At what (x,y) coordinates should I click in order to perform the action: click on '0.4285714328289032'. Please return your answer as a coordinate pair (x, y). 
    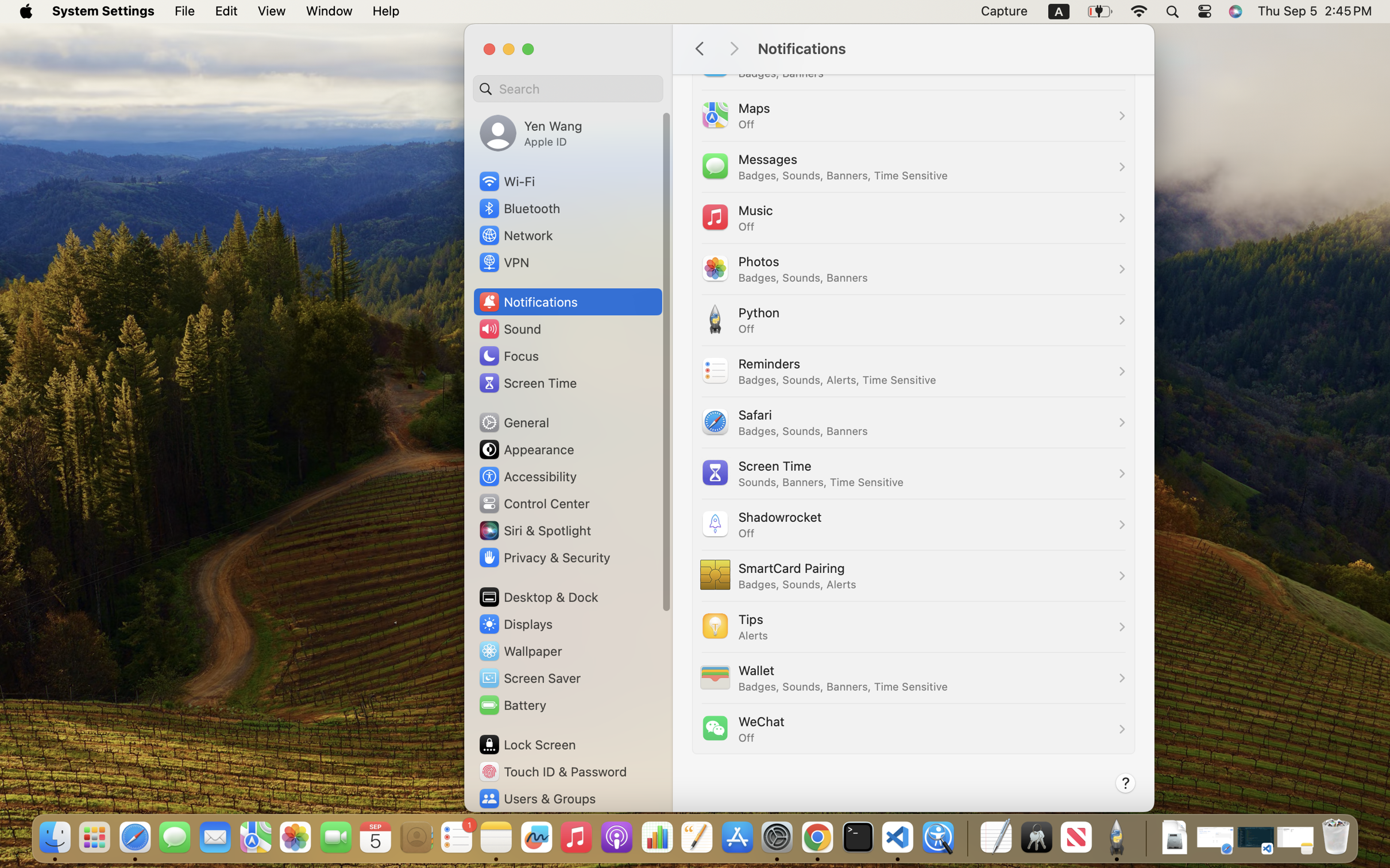
    Looking at the image, I should click on (966, 838).